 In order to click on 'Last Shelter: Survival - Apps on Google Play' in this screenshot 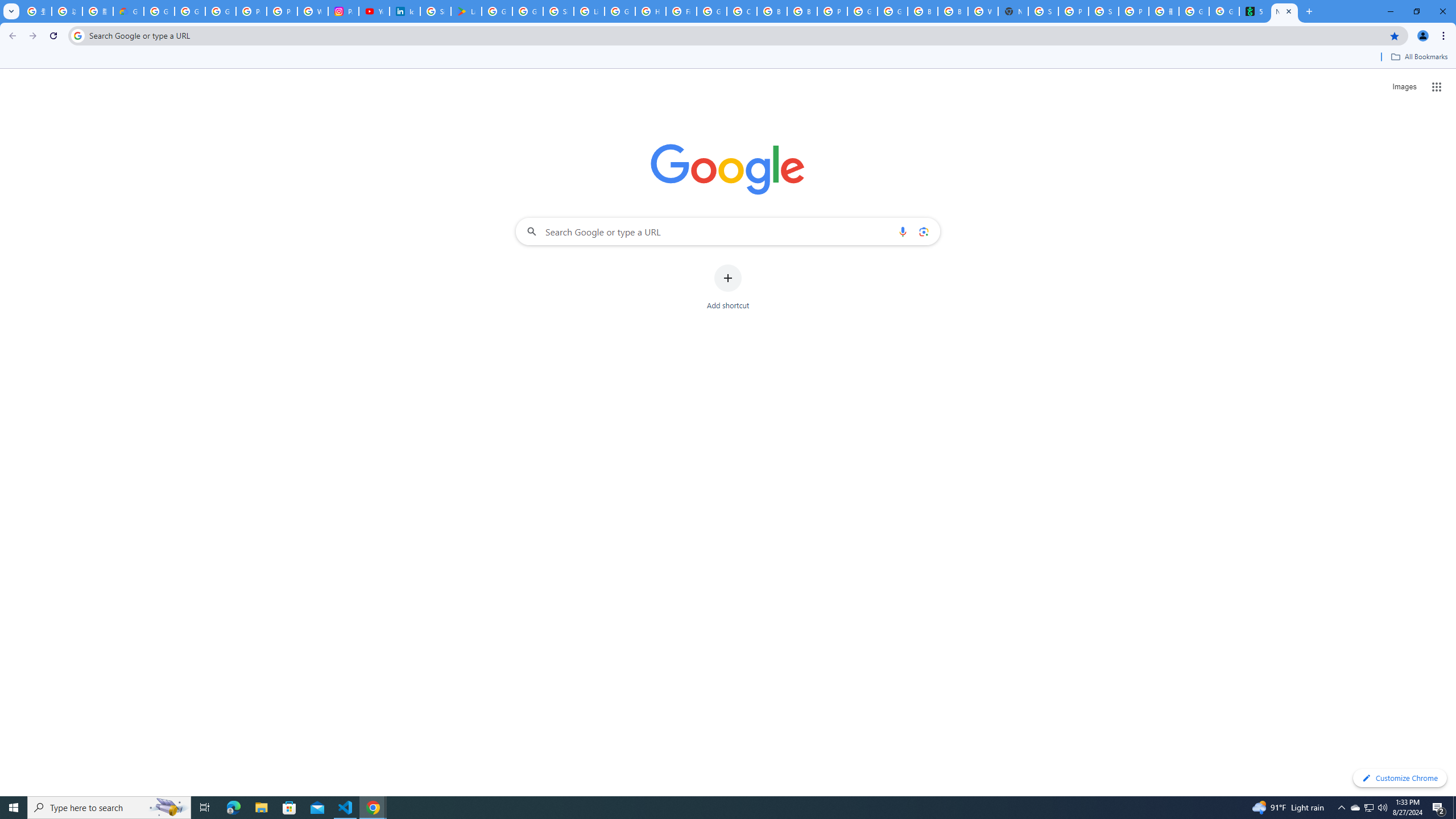, I will do `click(466, 11)`.